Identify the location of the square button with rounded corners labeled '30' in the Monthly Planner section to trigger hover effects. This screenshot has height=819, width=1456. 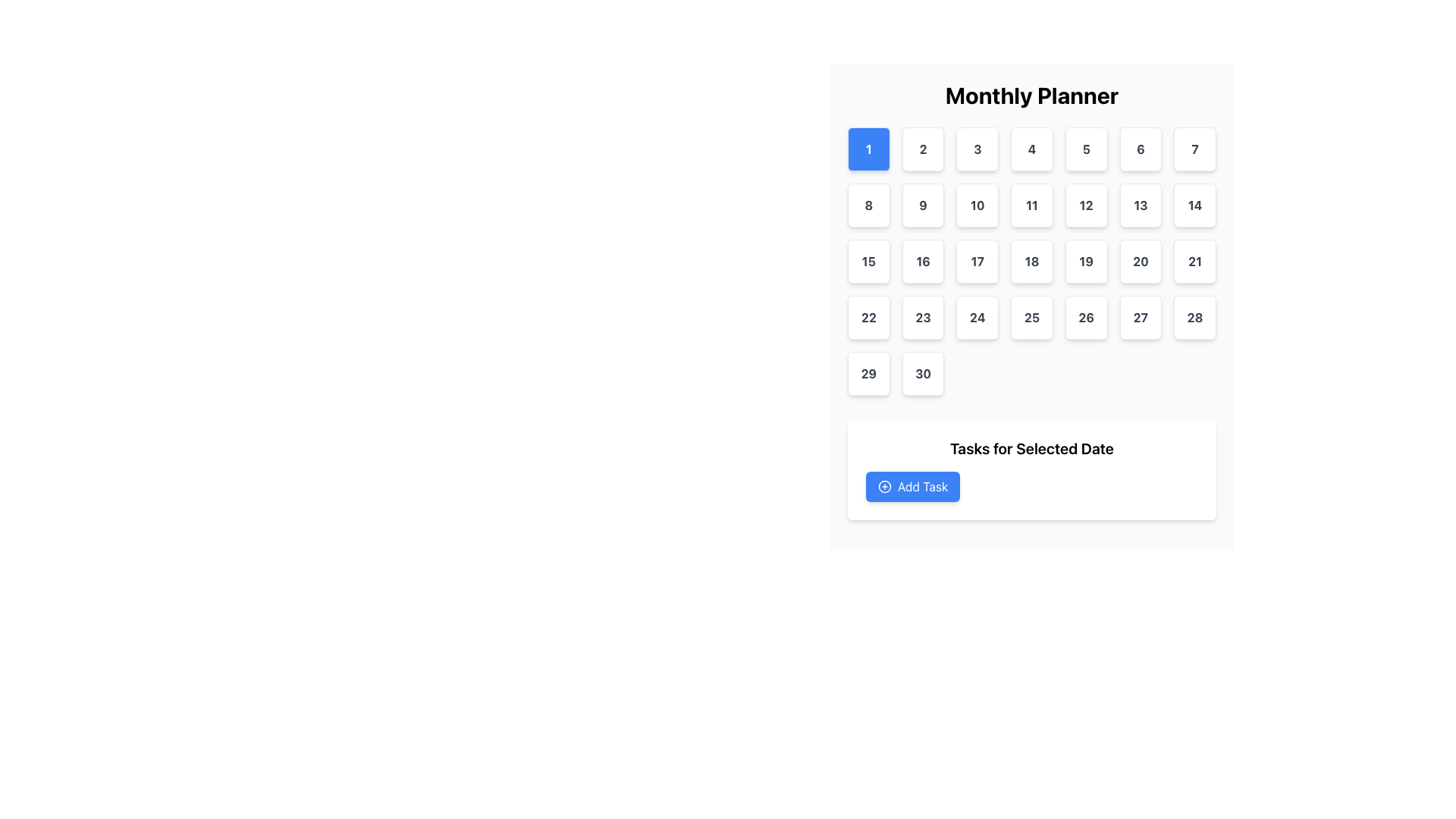
(922, 374).